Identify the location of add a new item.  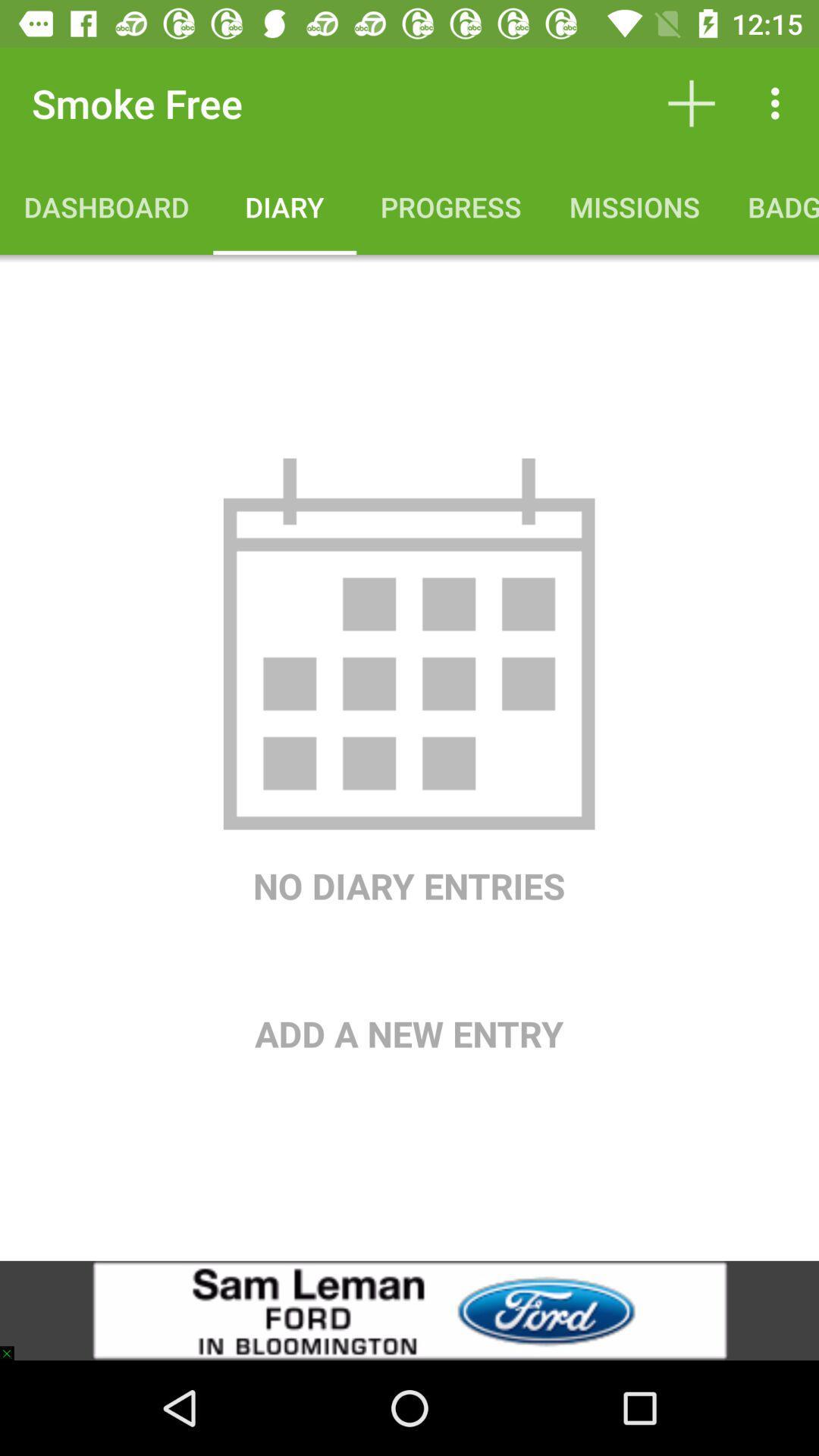
(408, 984).